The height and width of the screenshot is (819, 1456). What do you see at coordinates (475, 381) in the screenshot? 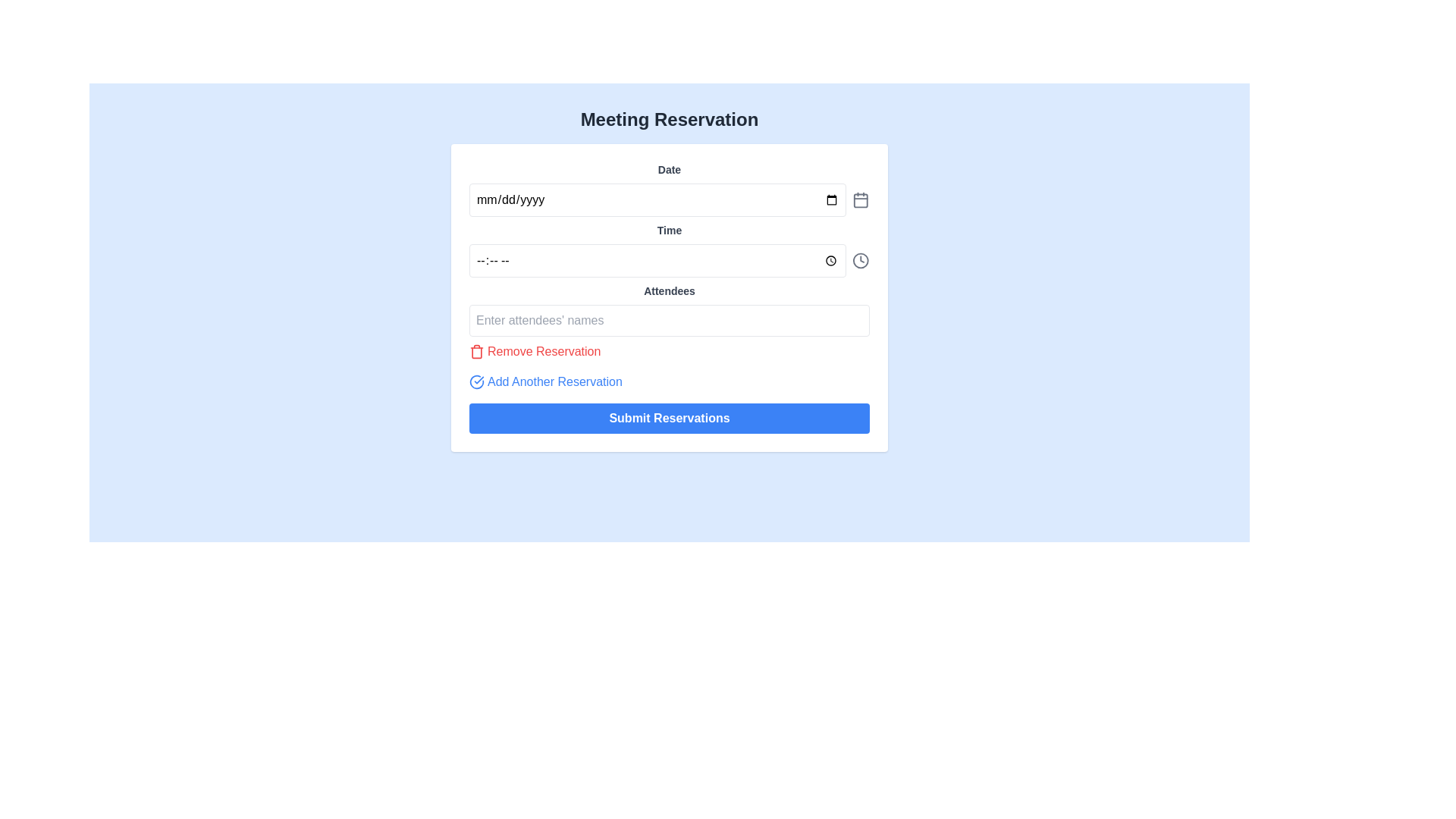
I see `the 'Add Another Reservation' button, which contains a small circular blue checkmark icon to the left of the button text` at bounding box center [475, 381].